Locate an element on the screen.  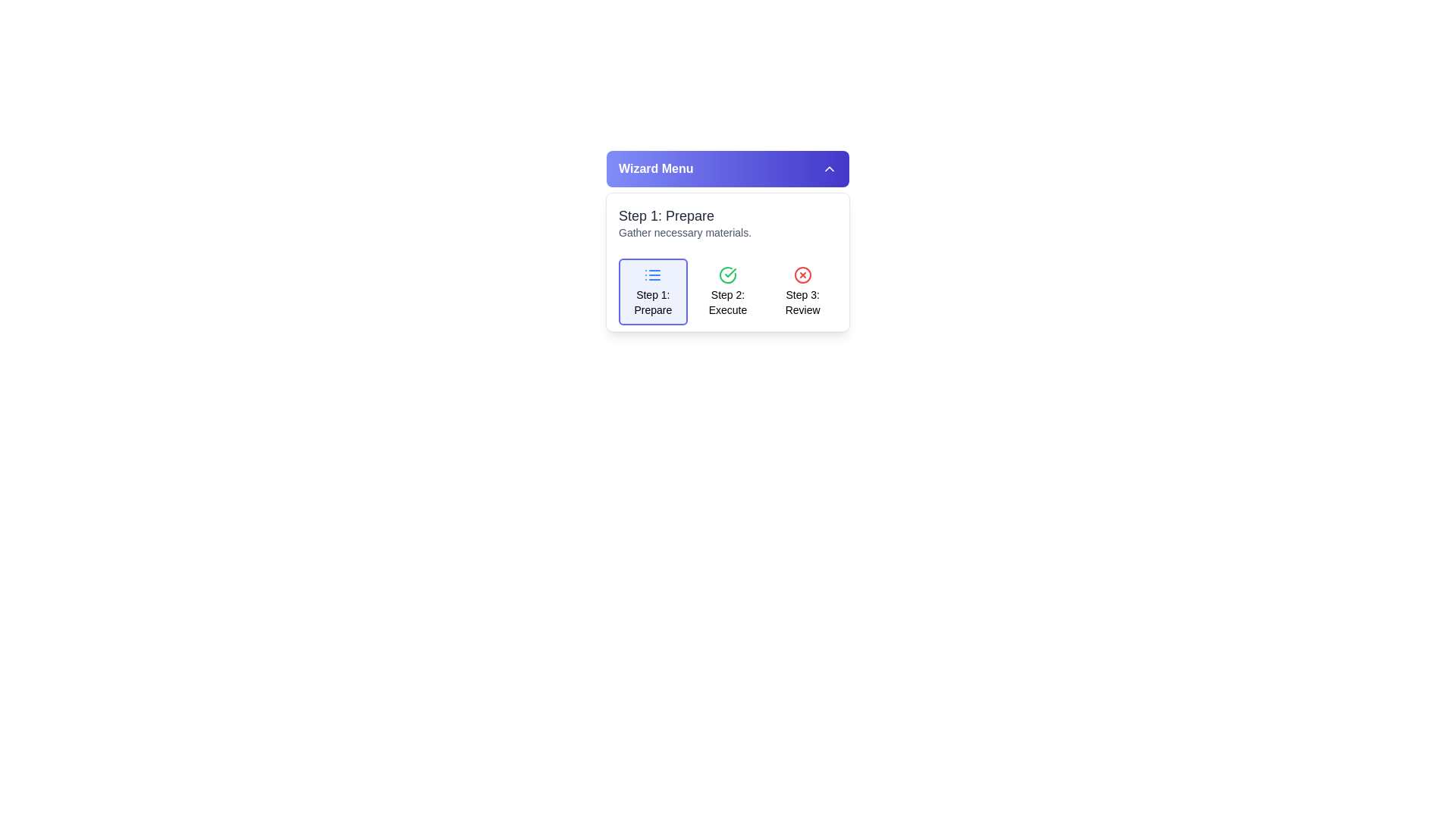
text of the label indicating 'Step 2' in the wizard process, which is located in the horizontal layout of steps within the 'Wizard Menu' is located at coordinates (728, 302).